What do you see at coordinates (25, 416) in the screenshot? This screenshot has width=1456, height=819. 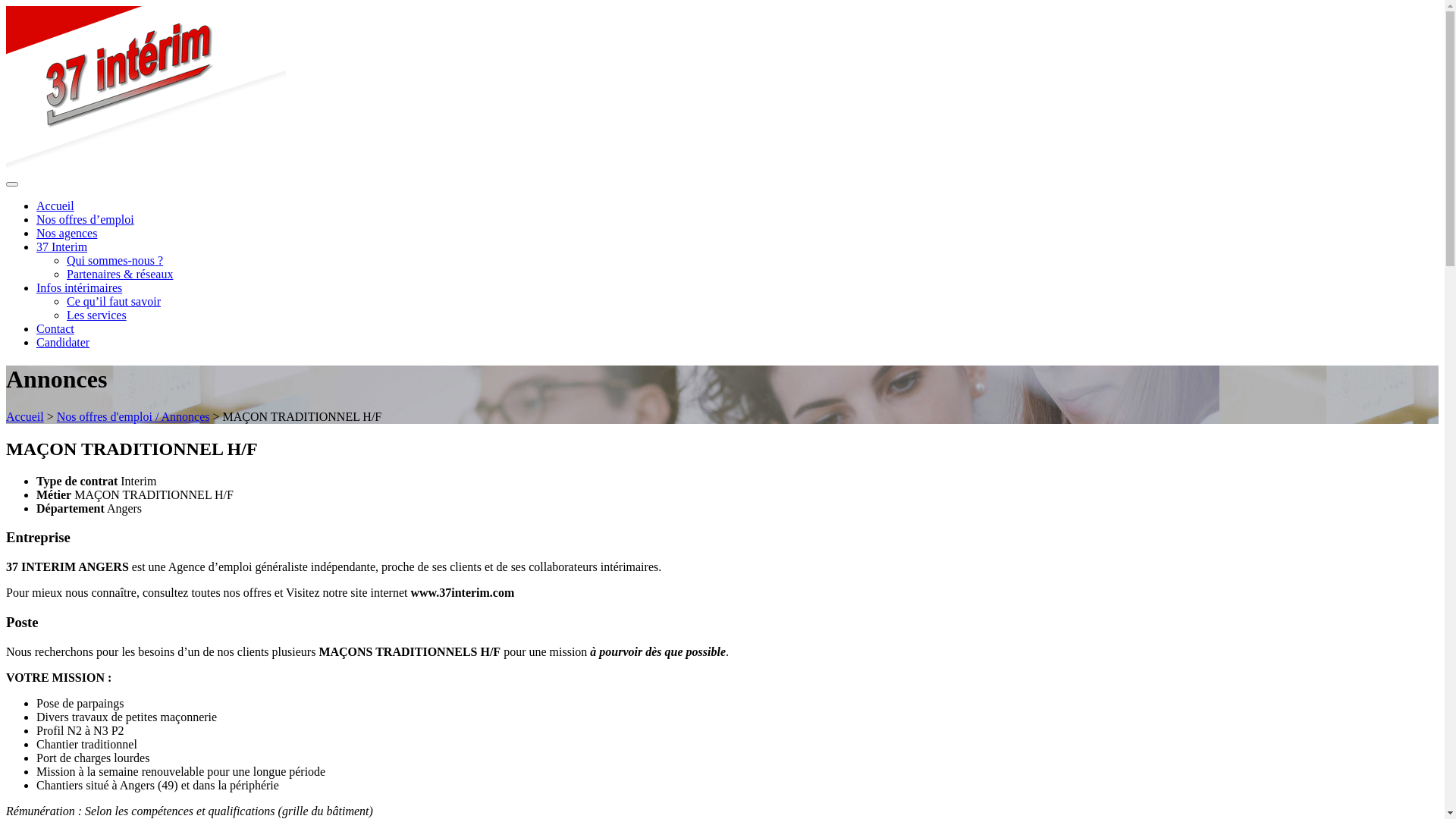 I see `'Accueil'` at bounding box center [25, 416].